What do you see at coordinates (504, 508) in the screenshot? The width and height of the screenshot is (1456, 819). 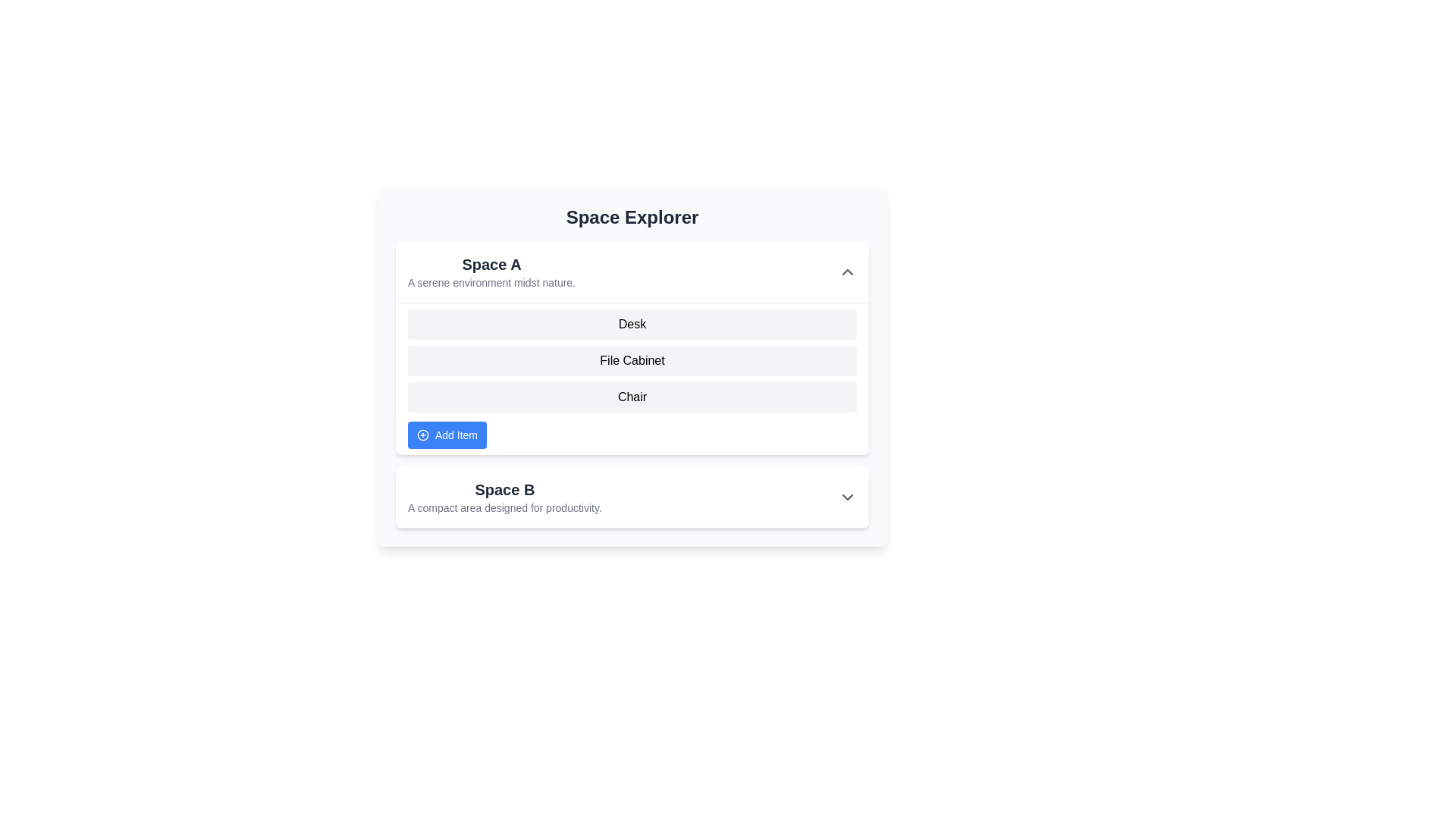 I see `the Text Label that reads 'A compact area designed for productivity.' which is styled in a small gray font and located below the heading 'Space B'` at bounding box center [504, 508].